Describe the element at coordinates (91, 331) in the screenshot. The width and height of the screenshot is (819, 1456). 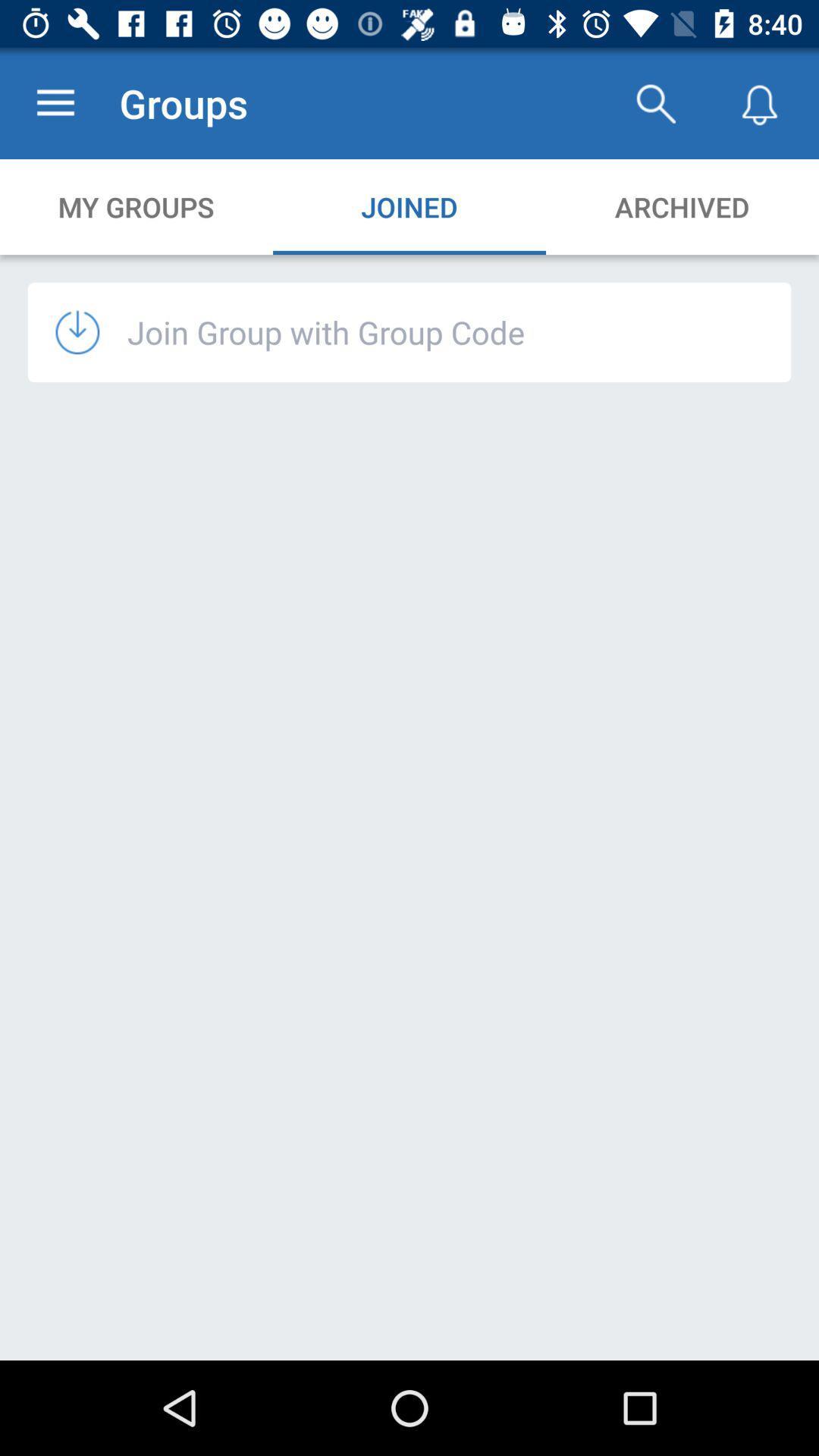
I see `icon below the my groups` at that location.